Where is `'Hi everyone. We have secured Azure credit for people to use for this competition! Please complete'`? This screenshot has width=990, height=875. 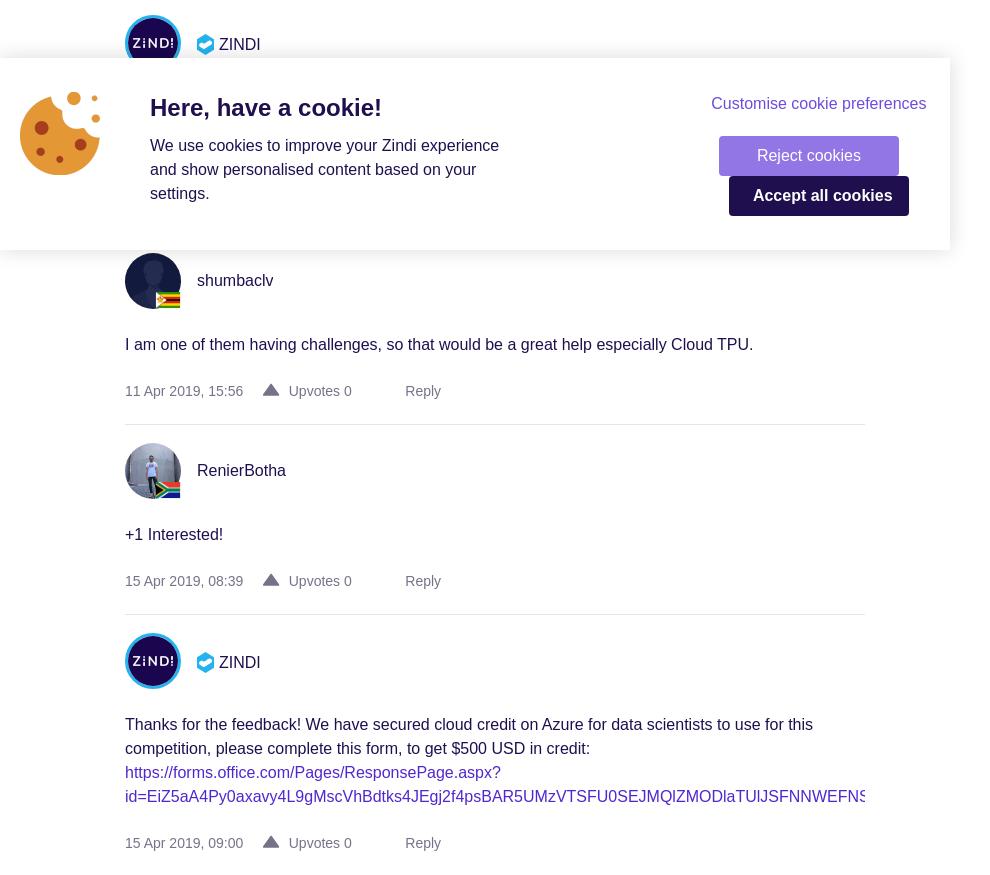 'Hi everyone. We have secured Azure credit for people to use for this competition! Please complete' is located at coordinates (124, 106).